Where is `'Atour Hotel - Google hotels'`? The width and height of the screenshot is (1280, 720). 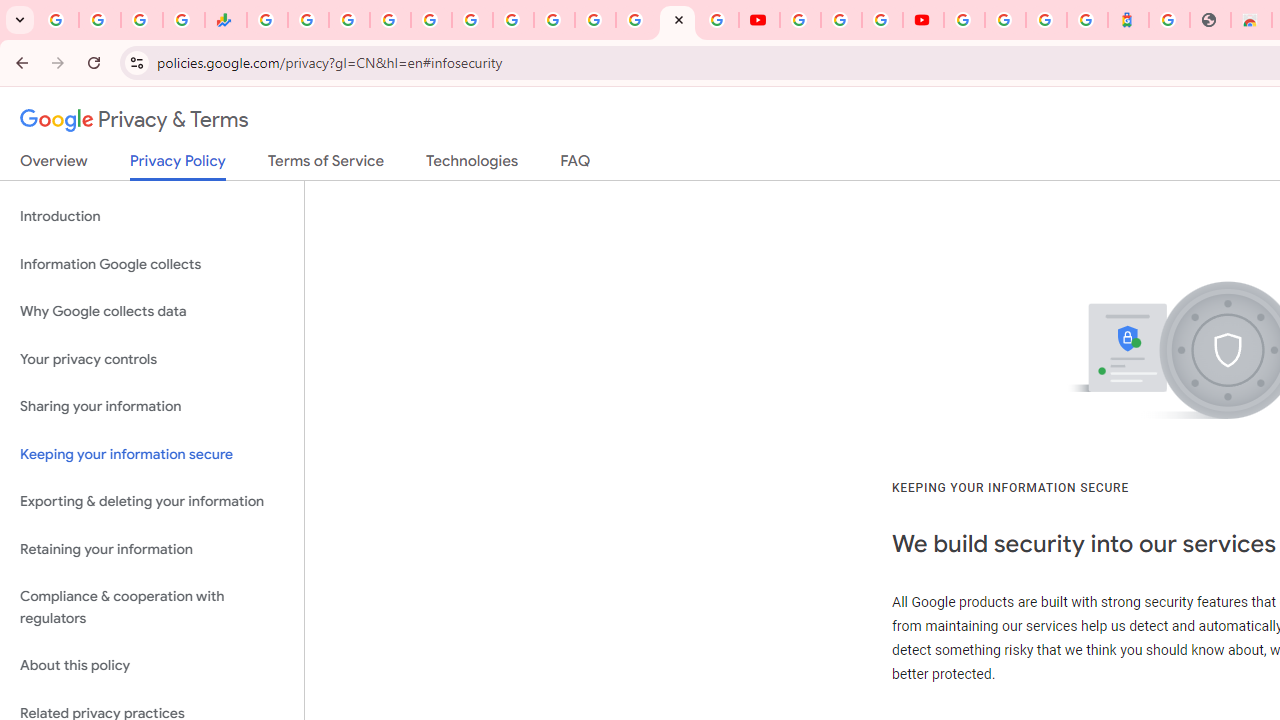
'Atour Hotel - Google hotels' is located at coordinates (1128, 20).